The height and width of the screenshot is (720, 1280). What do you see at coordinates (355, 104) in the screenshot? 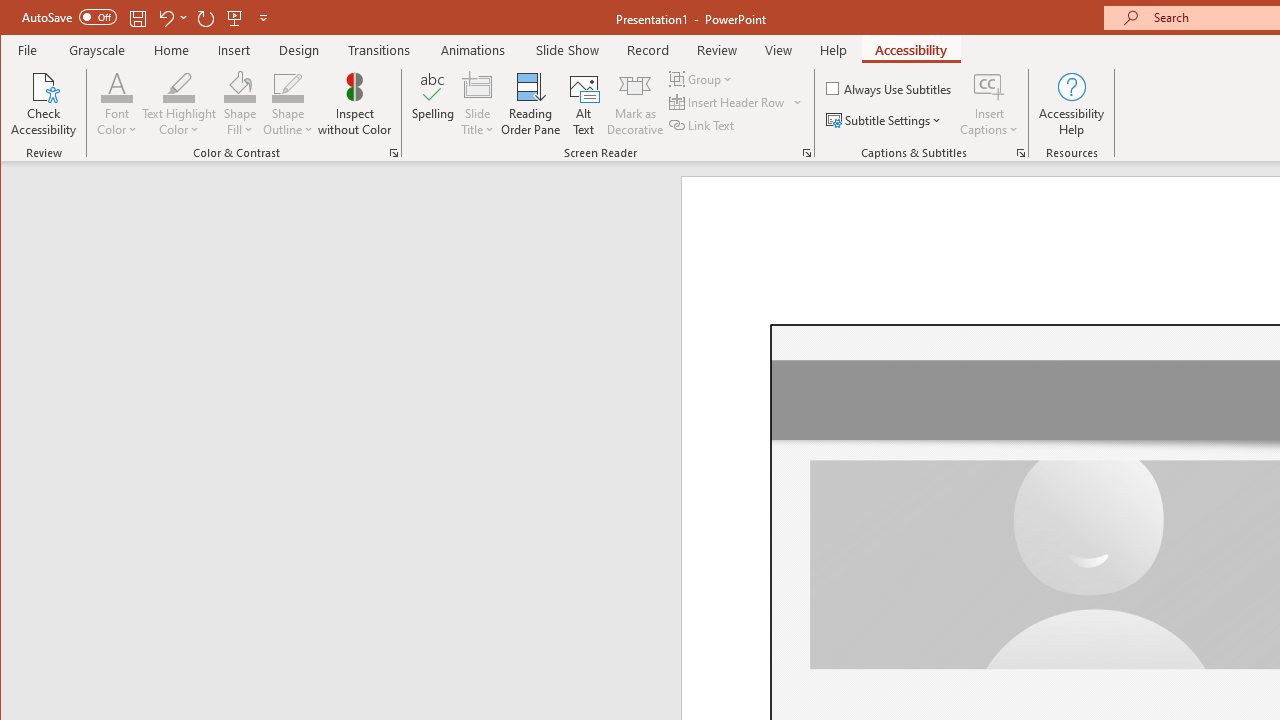
I see `'Inspect without Color'` at bounding box center [355, 104].